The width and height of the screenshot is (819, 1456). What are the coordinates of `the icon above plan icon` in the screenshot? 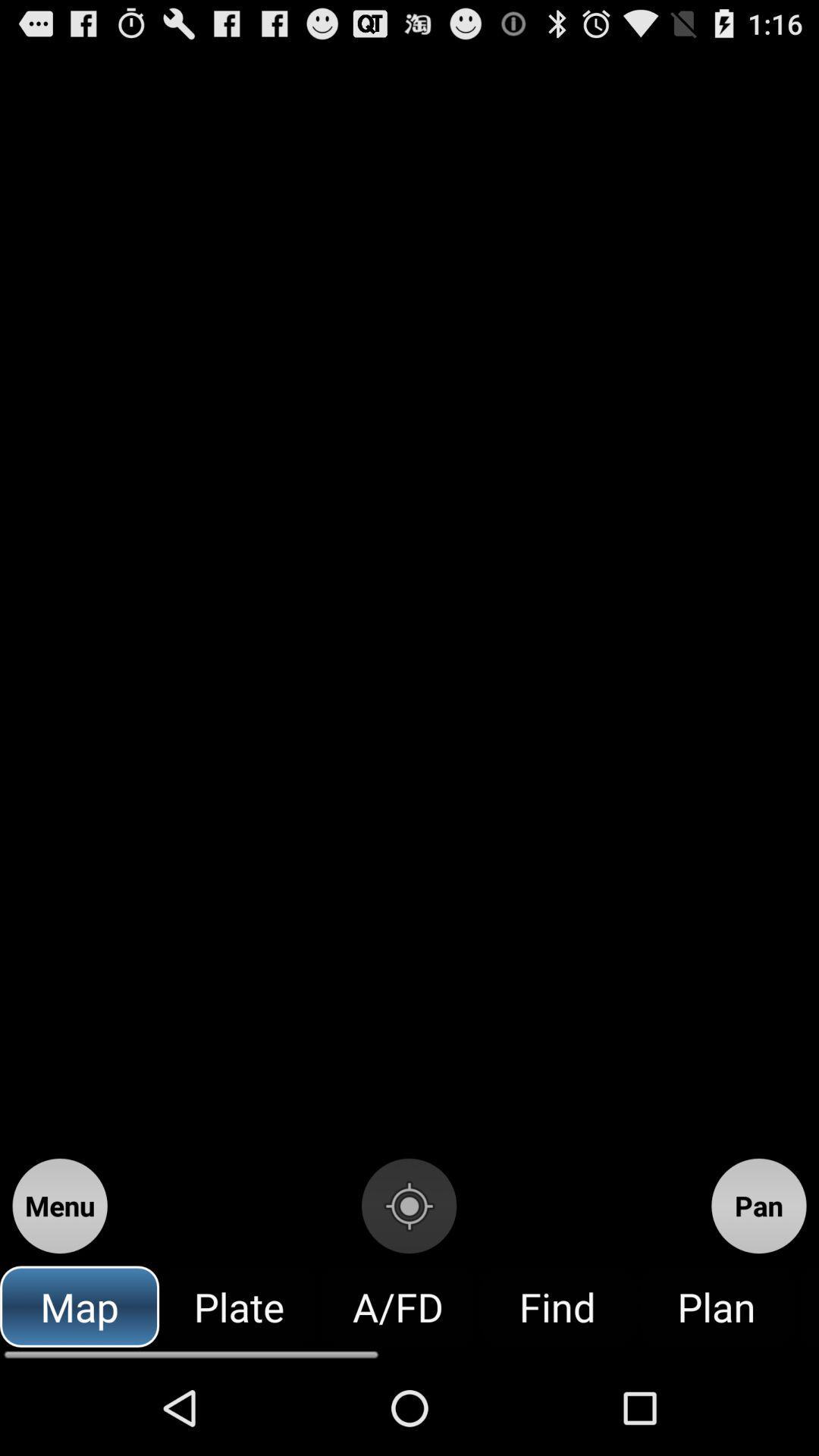 It's located at (758, 1205).